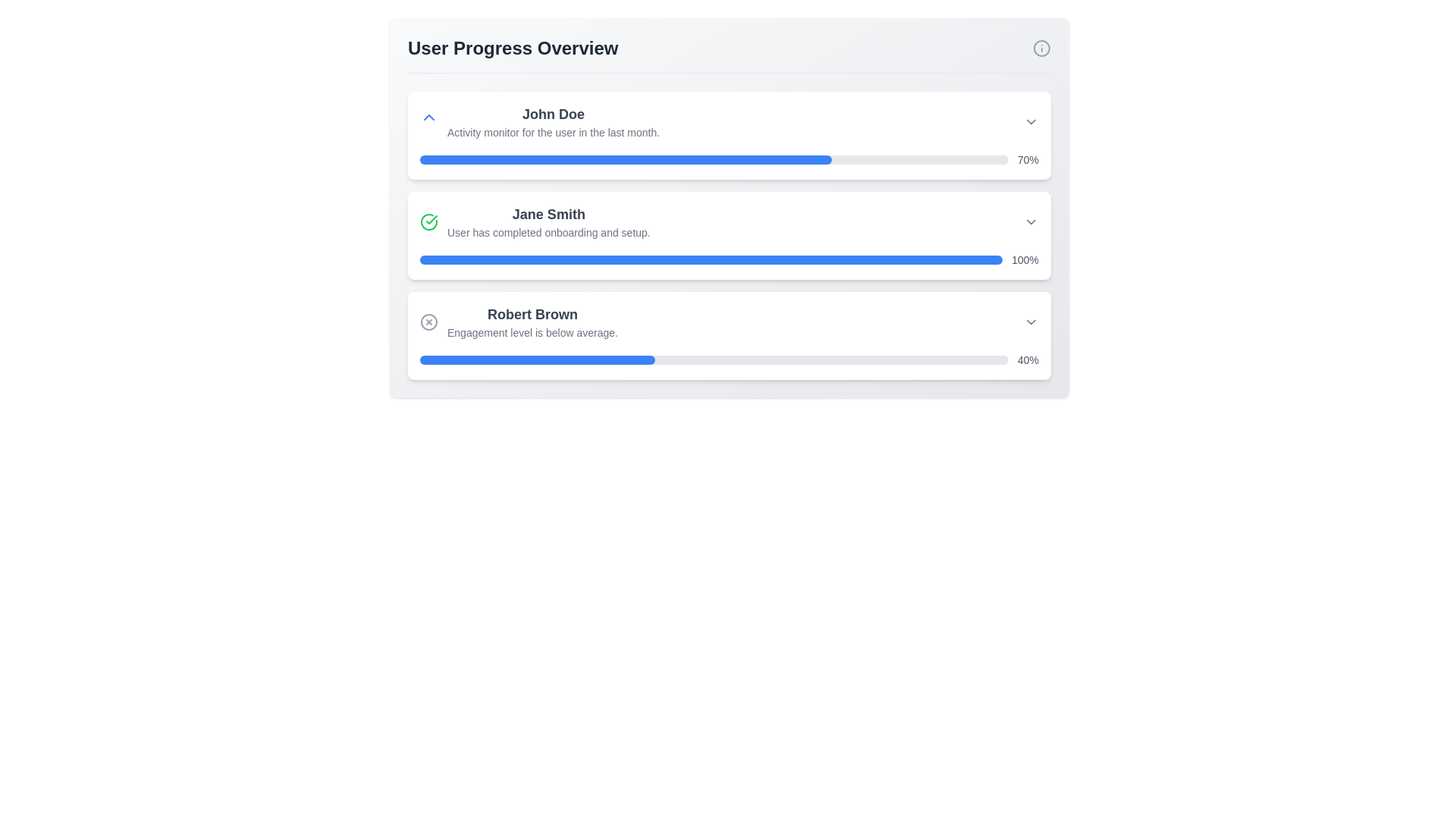 The width and height of the screenshot is (1456, 819). Describe the element at coordinates (1040, 48) in the screenshot. I see `the SVG icon representing the informational or help indicator located at the far right end of the 'User Progress Overview' header` at that location.